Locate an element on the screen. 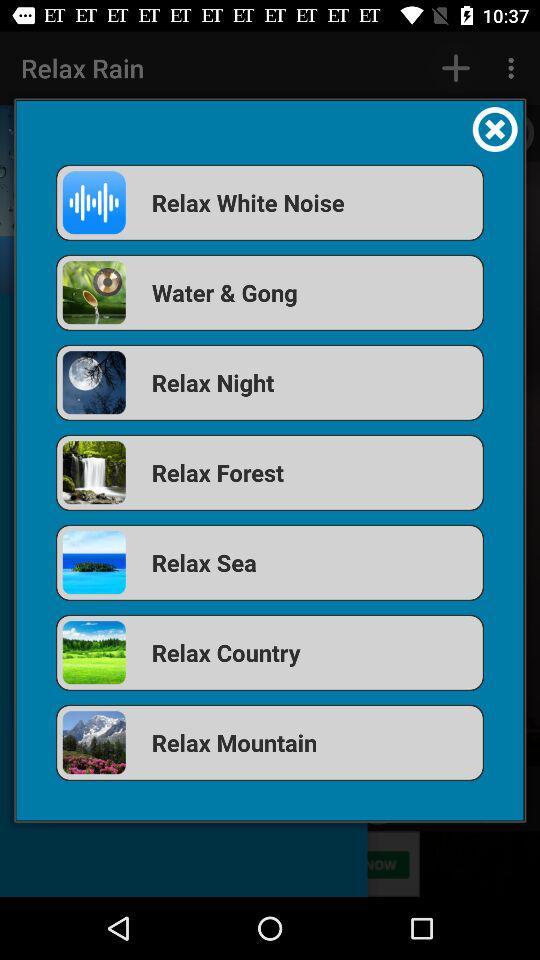  icon below the relax country icon is located at coordinates (270, 741).